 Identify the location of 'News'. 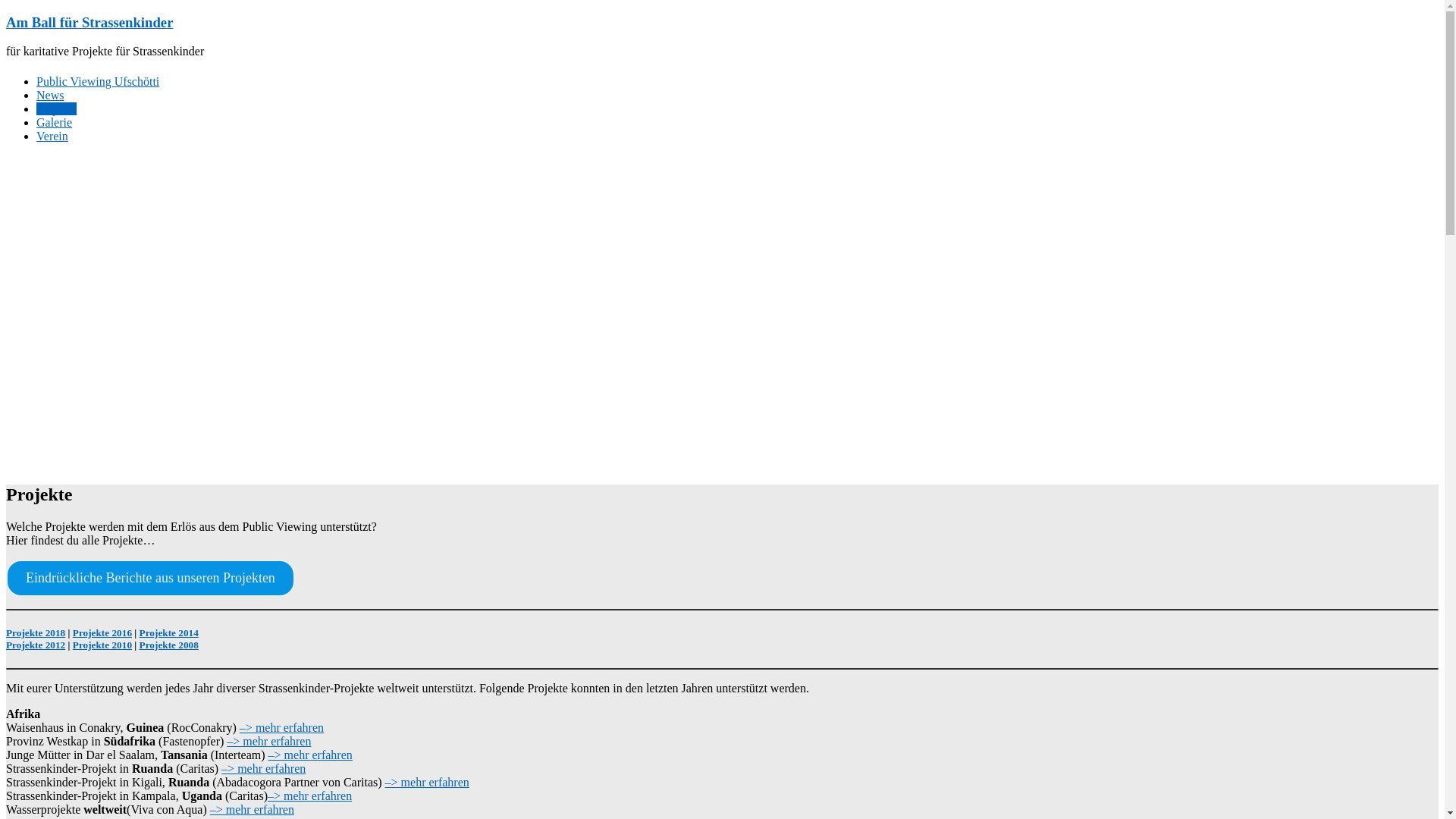
(50, 95).